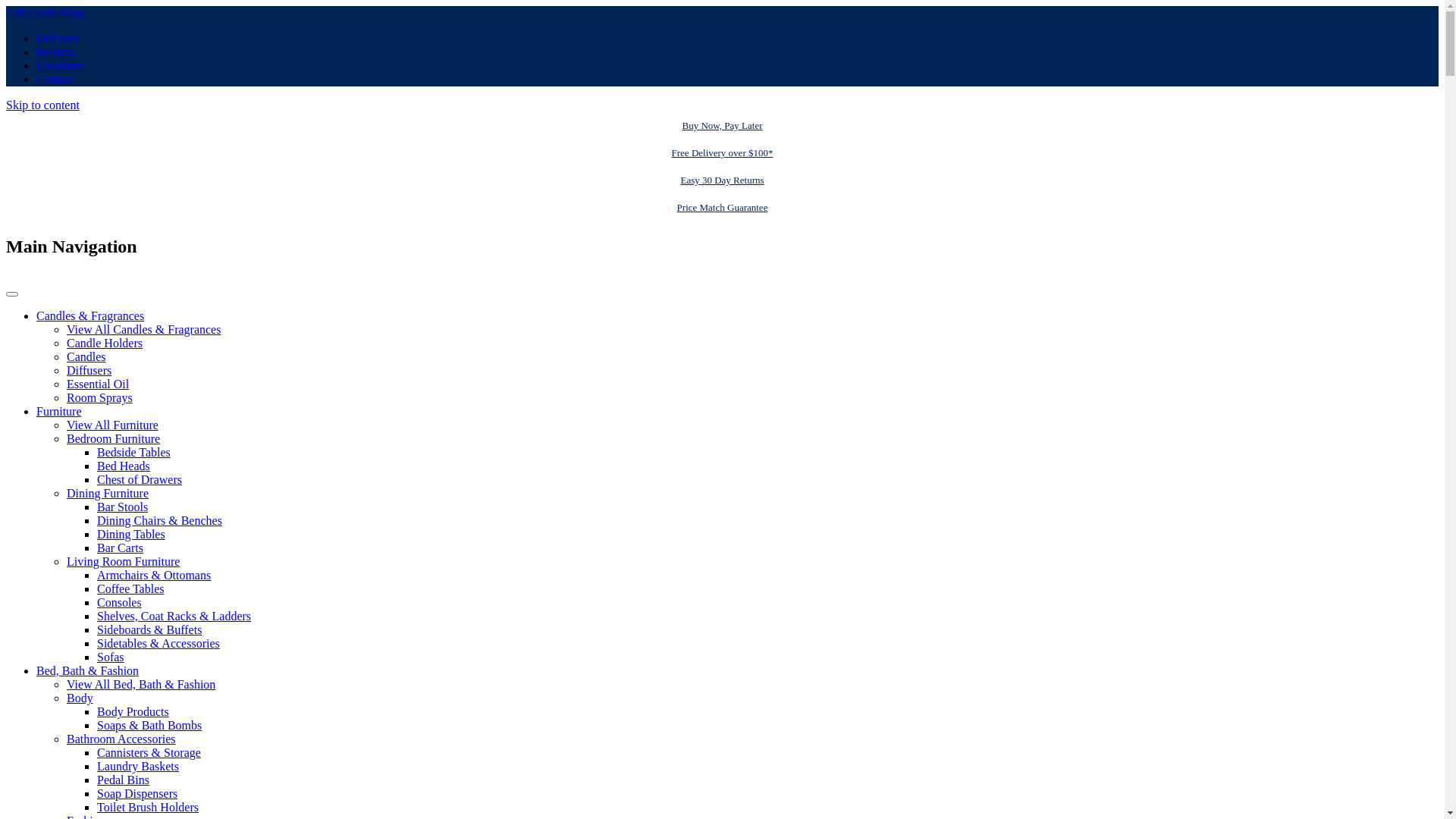 The width and height of the screenshot is (1456, 819). Describe the element at coordinates (71, 12) in the screenshot. I see `'Blog'` at that location.